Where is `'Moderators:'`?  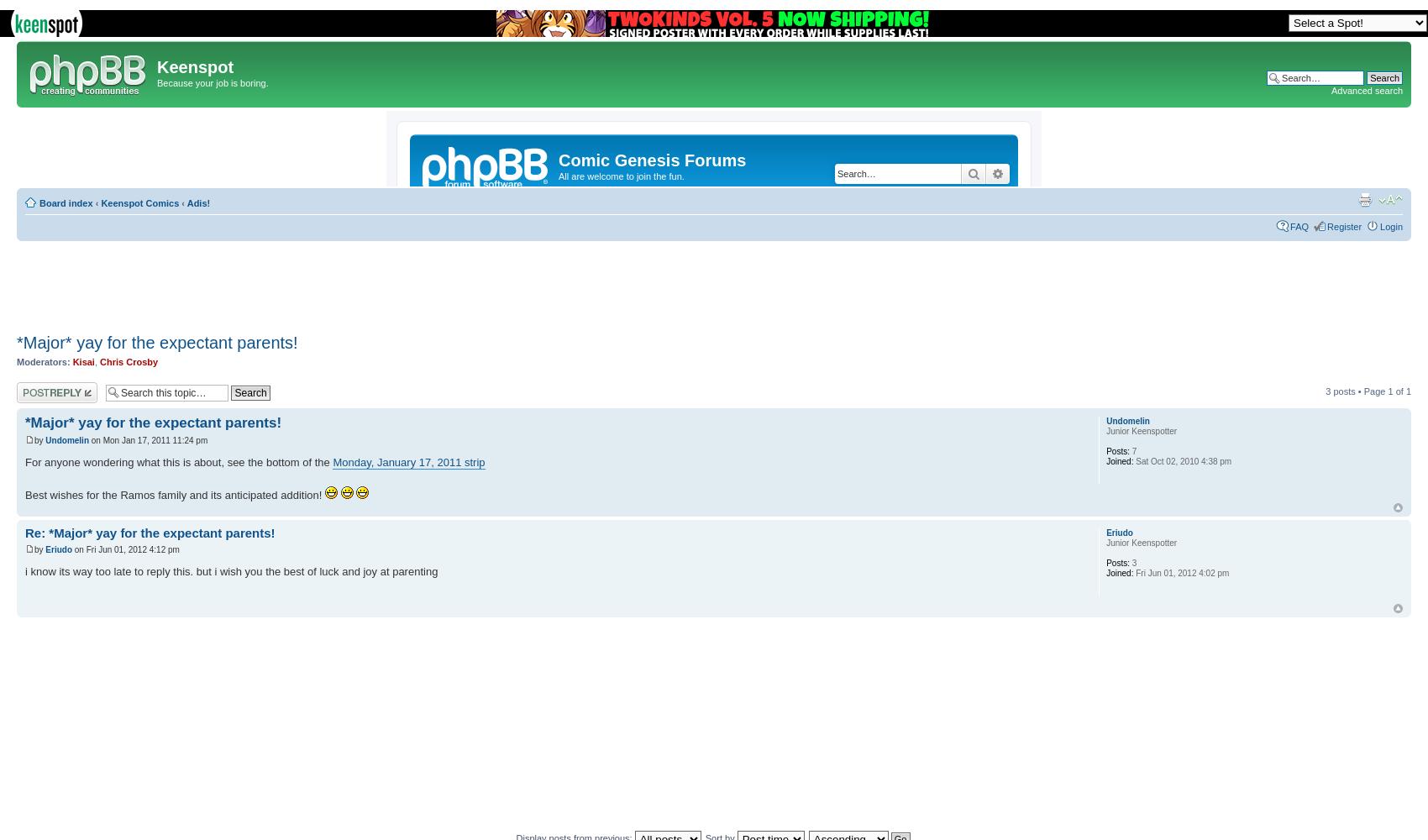 'Moderators:' is located at coordinates (43, 362).